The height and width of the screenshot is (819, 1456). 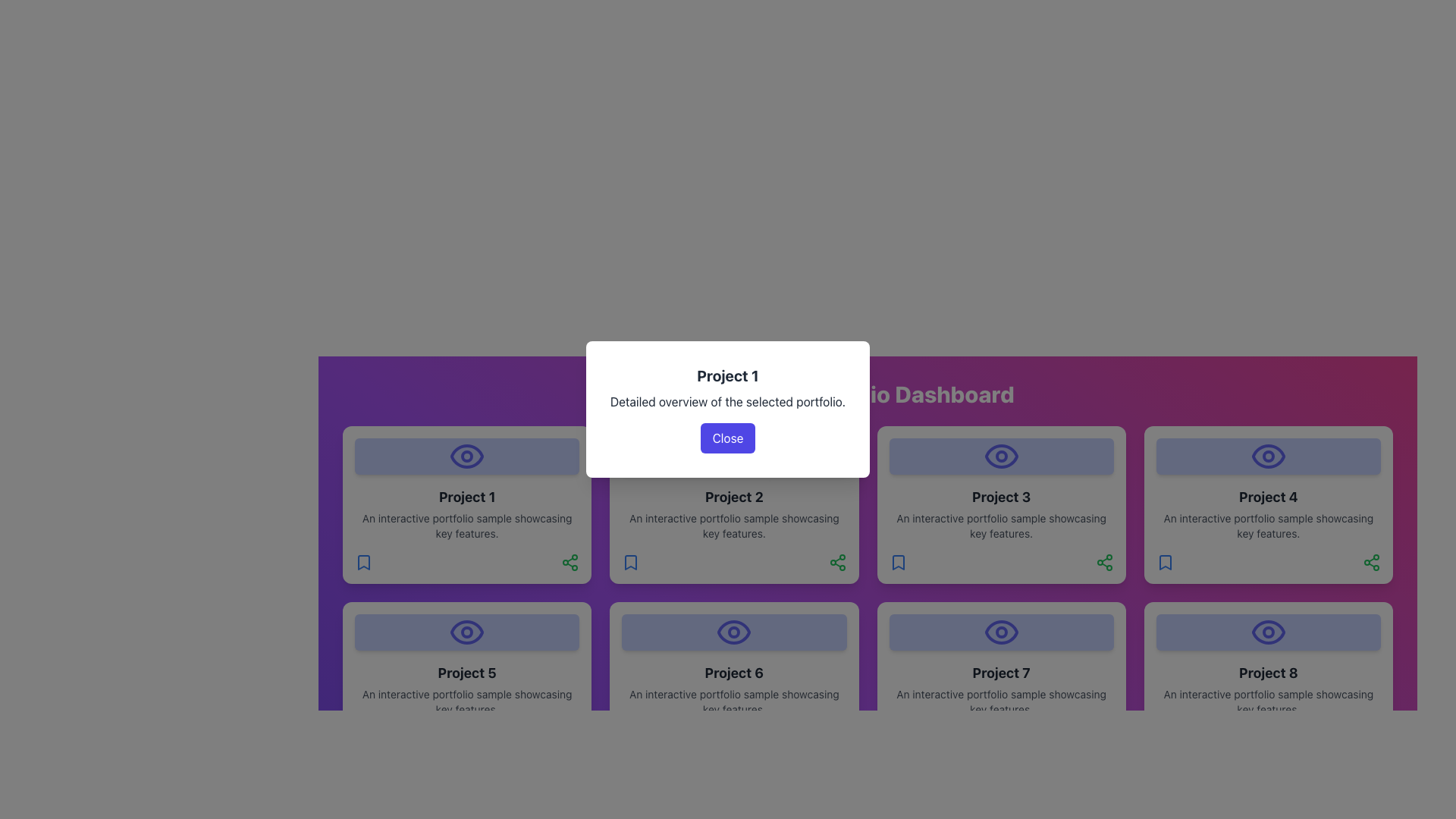 What do you see at coordinates (1268, 680) in the screenshot?
I see `the white rounded rectangle card containing a blue eye icon and titled 'Project 8' located in the bottom-right corner of a 3x4 grid layout` at bounding box center [1268, 680].